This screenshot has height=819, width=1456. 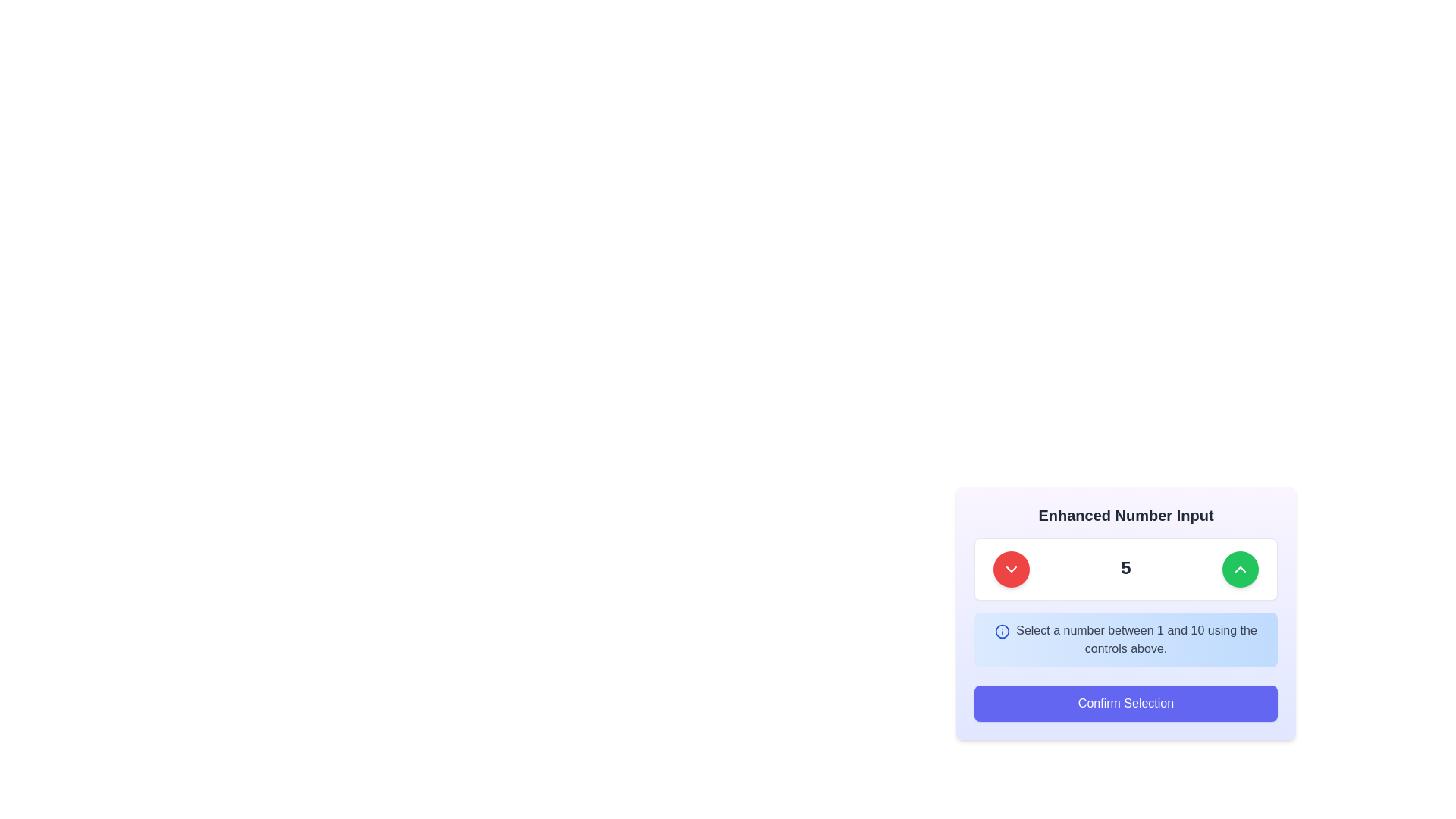 I want to click on the circular graphic element with a blue outline that is part of an information icon, so click(x=1003, y=631).